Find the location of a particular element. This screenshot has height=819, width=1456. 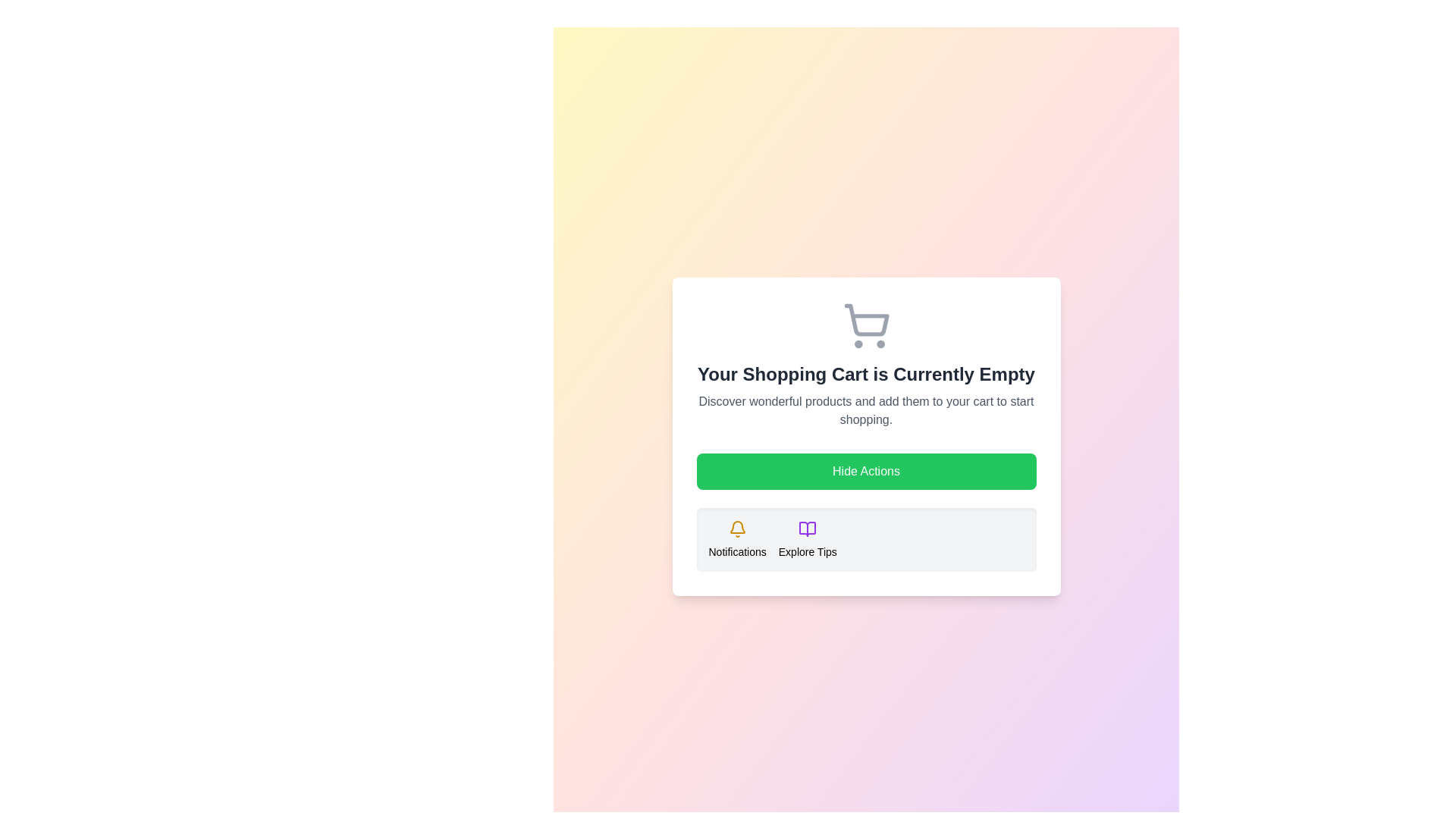

the bright yellow bell-shaped icon associated with notifications to check notifications is located at coordinates (737, 529).